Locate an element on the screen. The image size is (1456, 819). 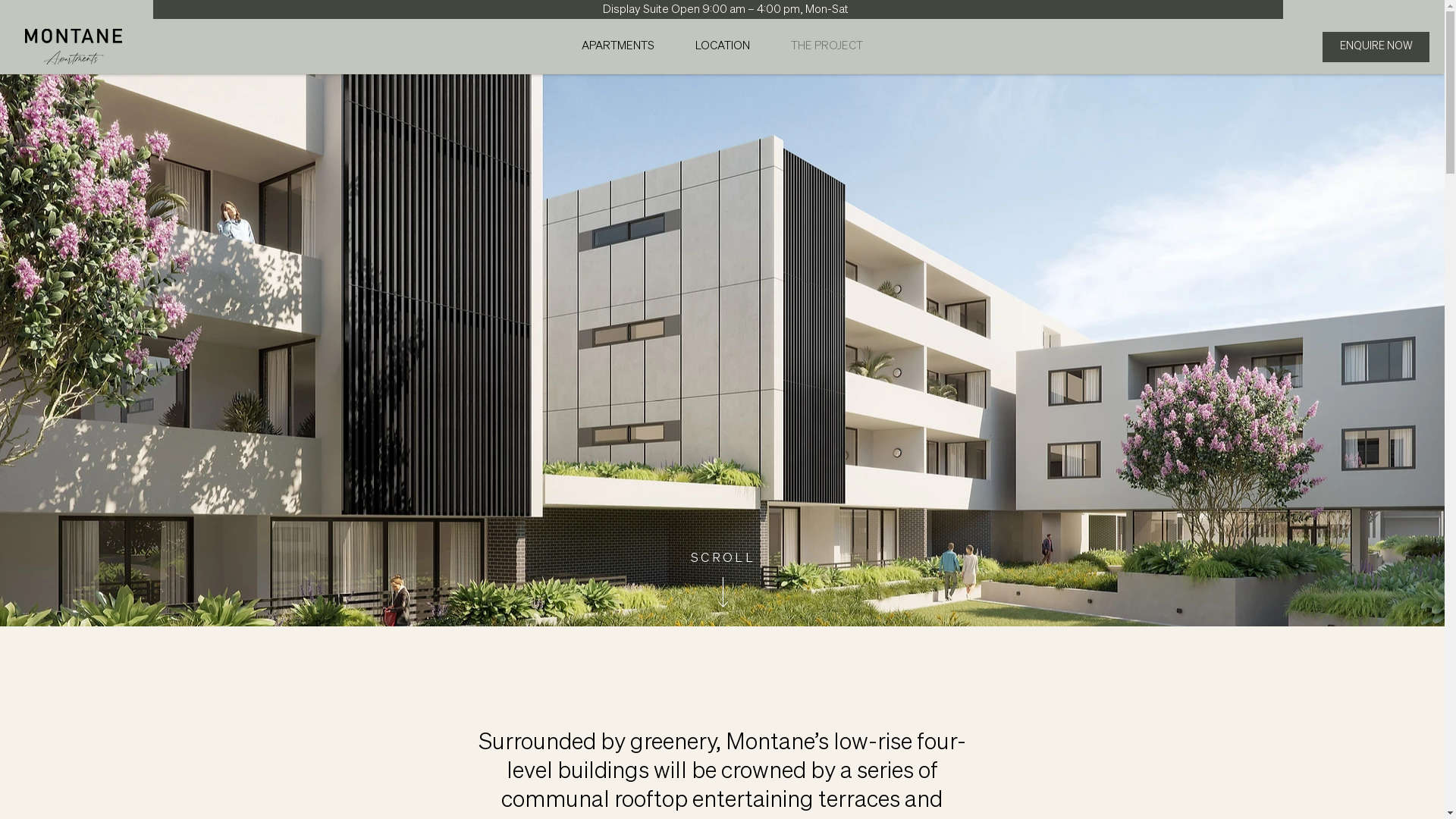
'APARTMENTS' is located at coordinates (618, 45).